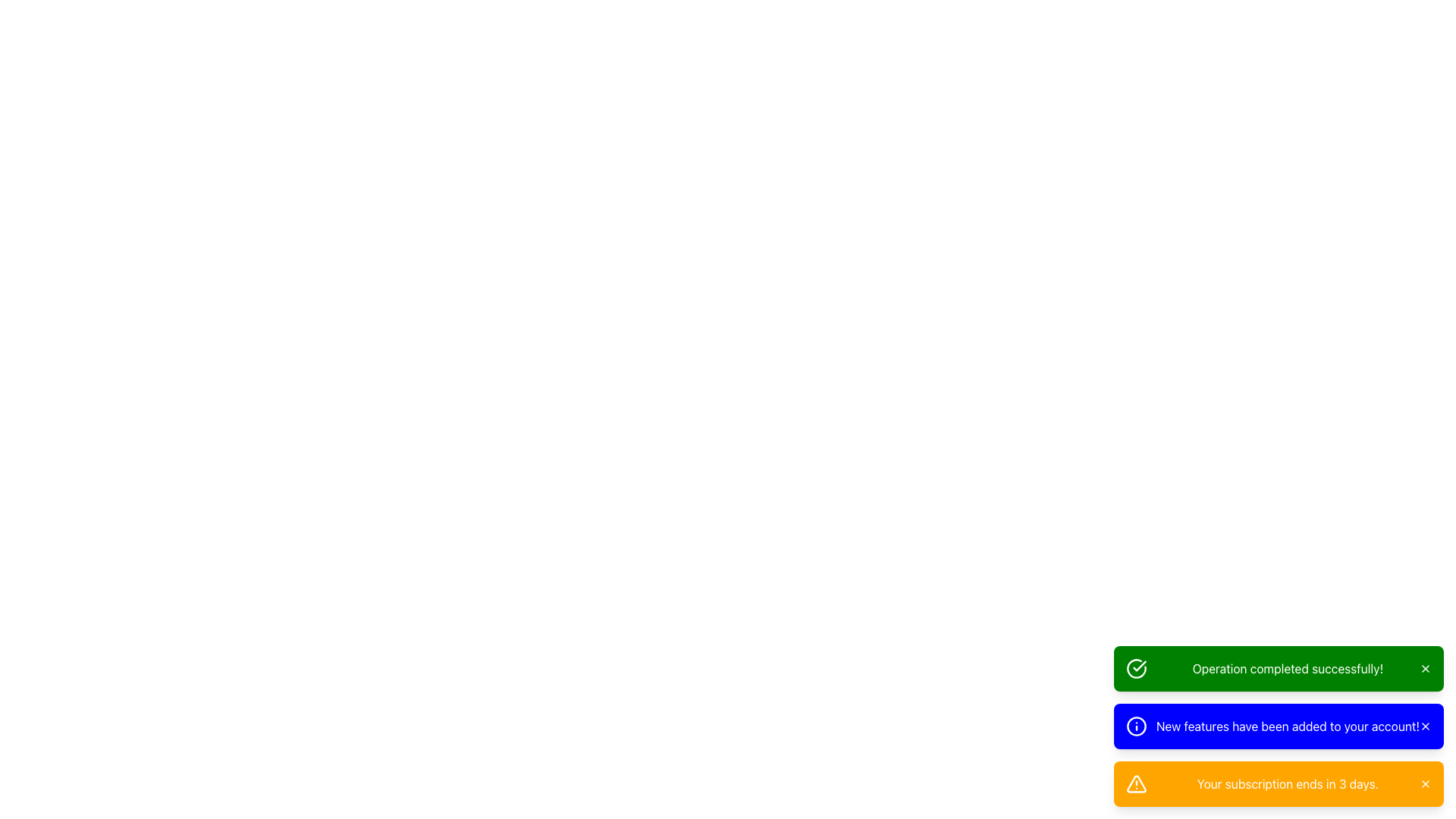 Image resolution: width=1456 pixels, height=819 pixels. Describe the element at coordinates (1136, 725) in the screenshot. I see `the circular information icon with a blue background and white border, which features an encircled 'i' in the center` at that location.